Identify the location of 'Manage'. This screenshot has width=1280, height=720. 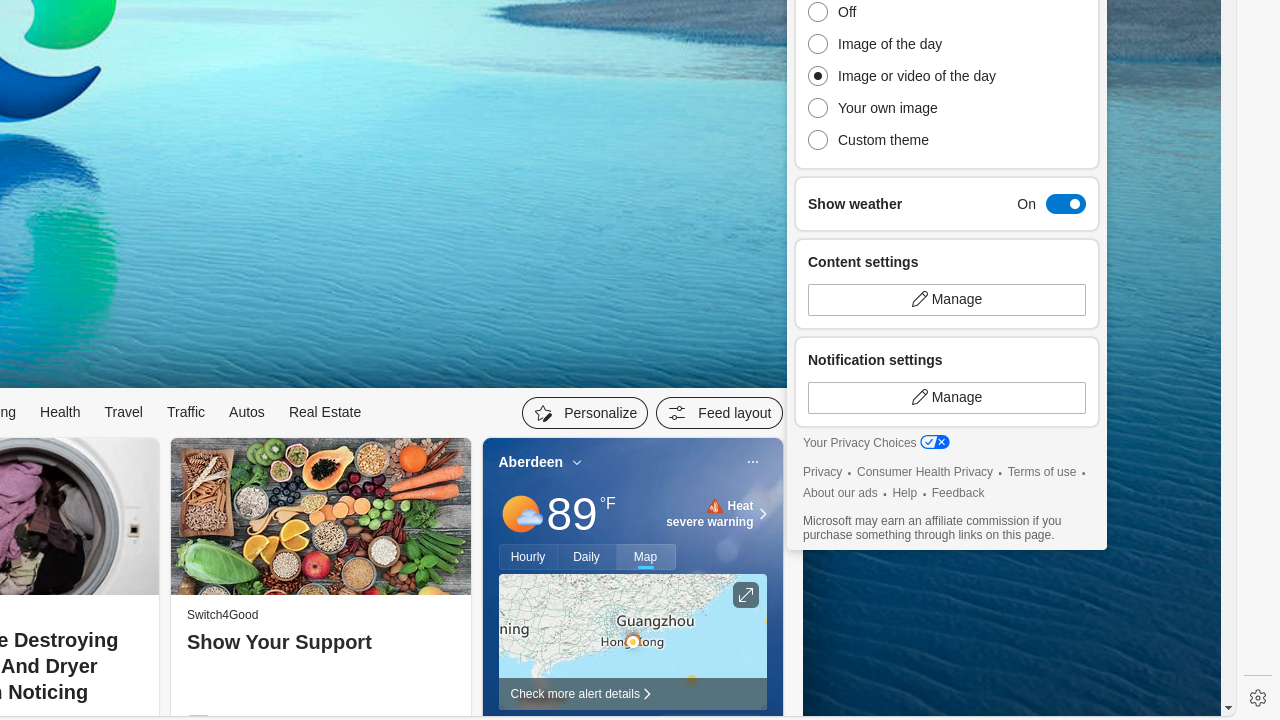
(945, 398).